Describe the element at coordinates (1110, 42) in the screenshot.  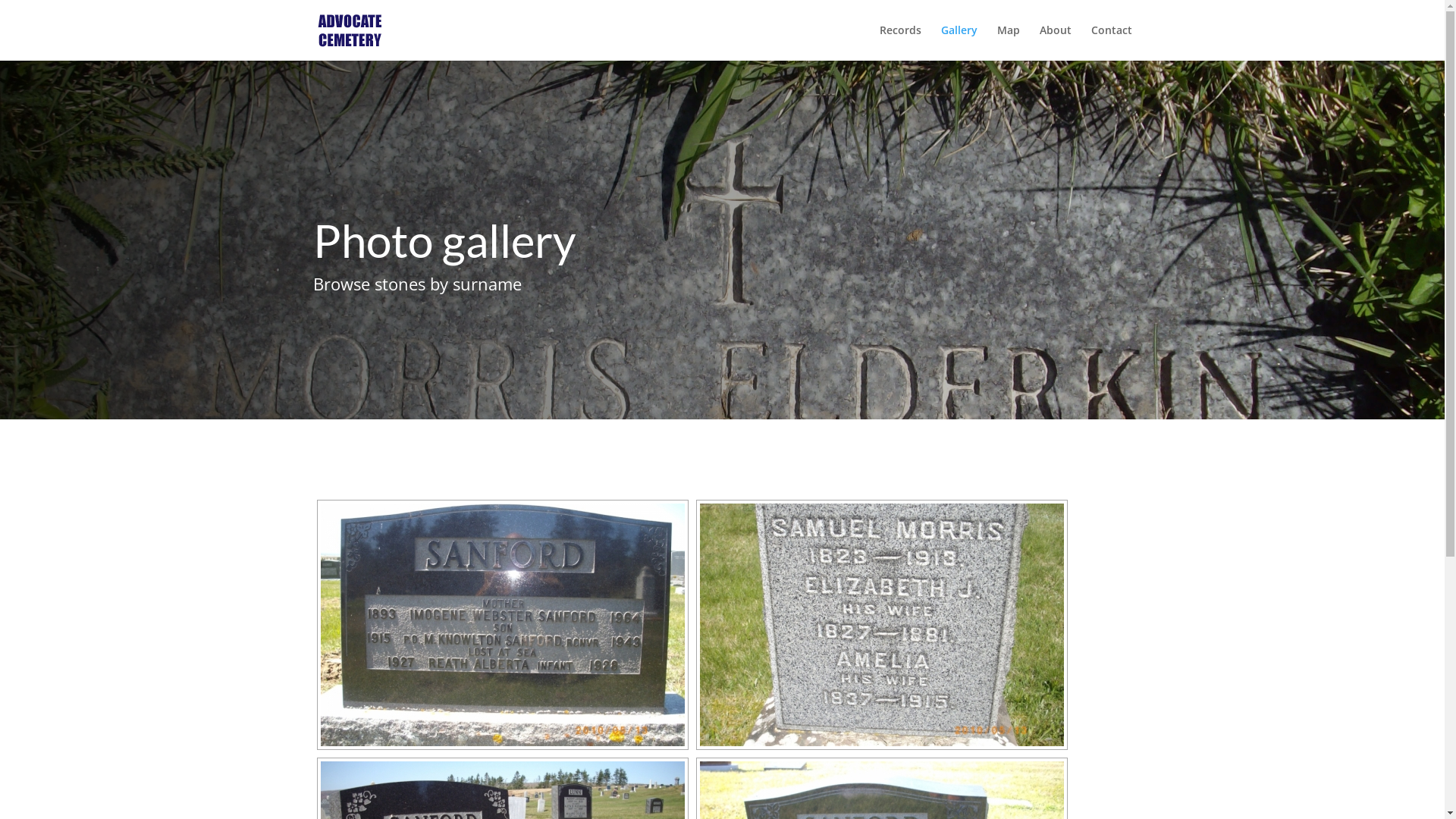
I see `'Contact'` at that location.